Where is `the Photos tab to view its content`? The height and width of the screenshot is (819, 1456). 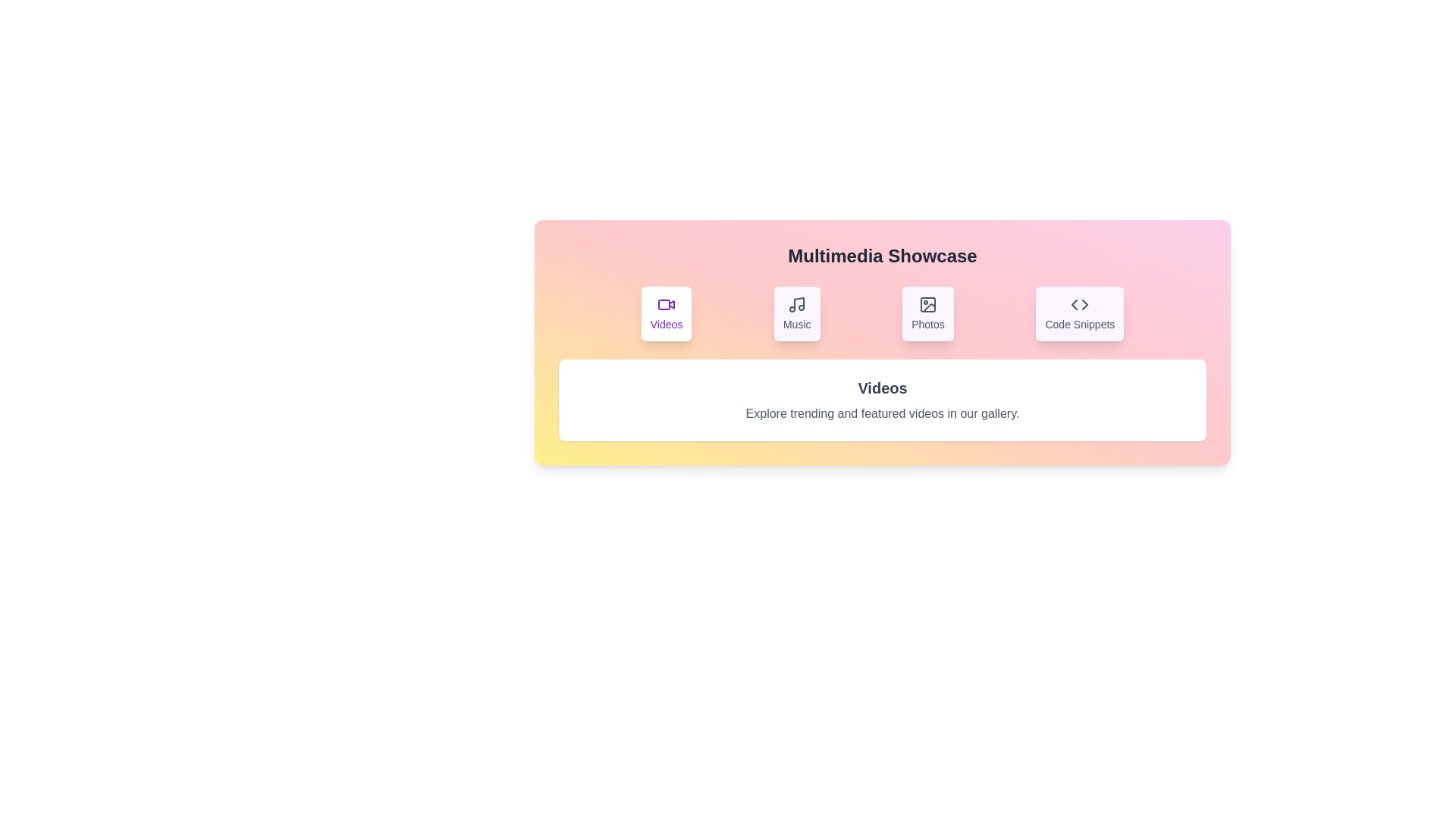
the Photos tab to view its content is located at coordinates (927, 312).